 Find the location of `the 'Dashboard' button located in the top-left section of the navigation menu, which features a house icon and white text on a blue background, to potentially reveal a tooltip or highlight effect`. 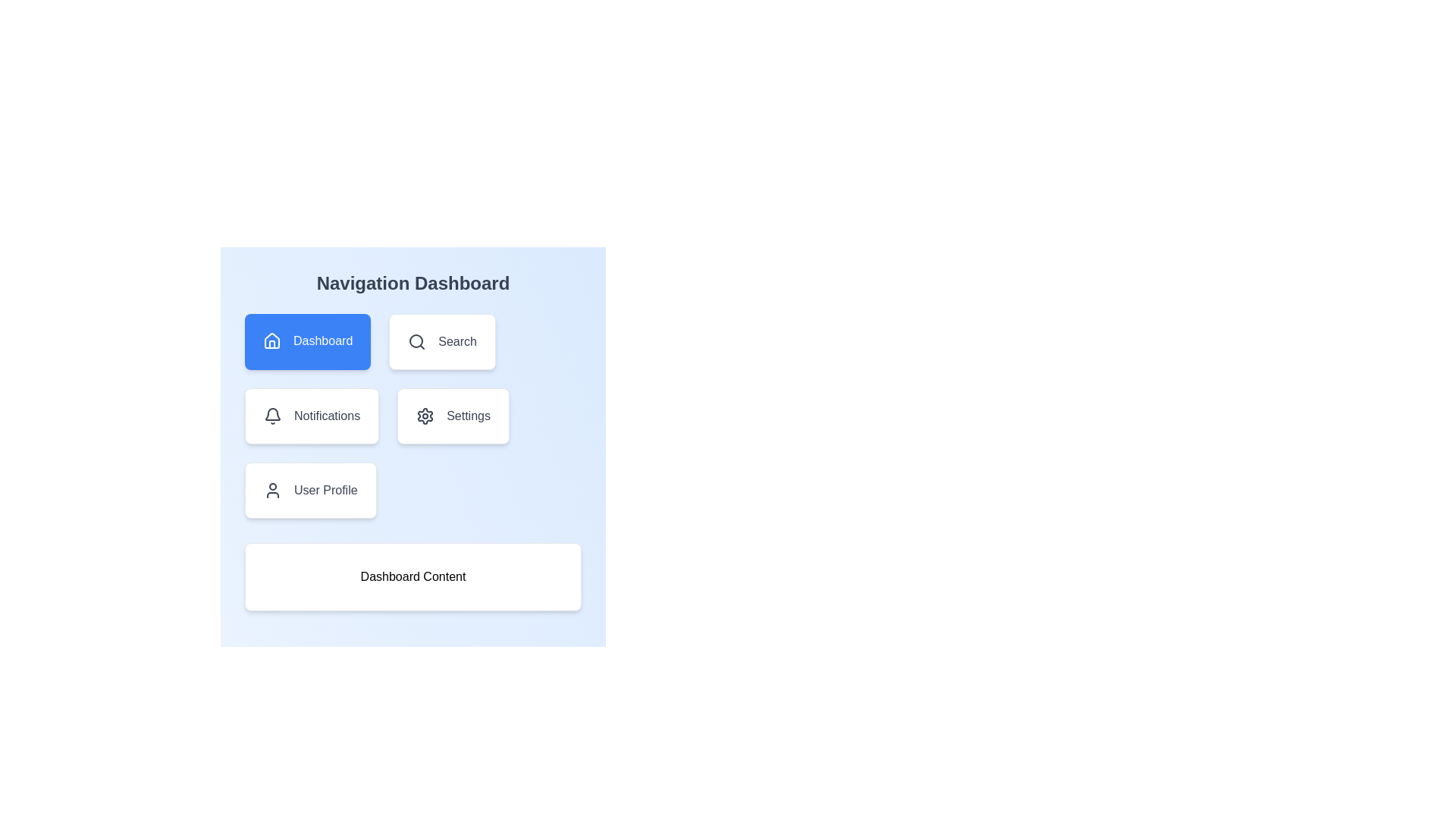

the 'Dashboard' button located in the top-left section of the navigation menu, which features a house icon and white text on a blue background, to potentially reveal a tooltip or highlight effect is located at coordinates (307, 341).